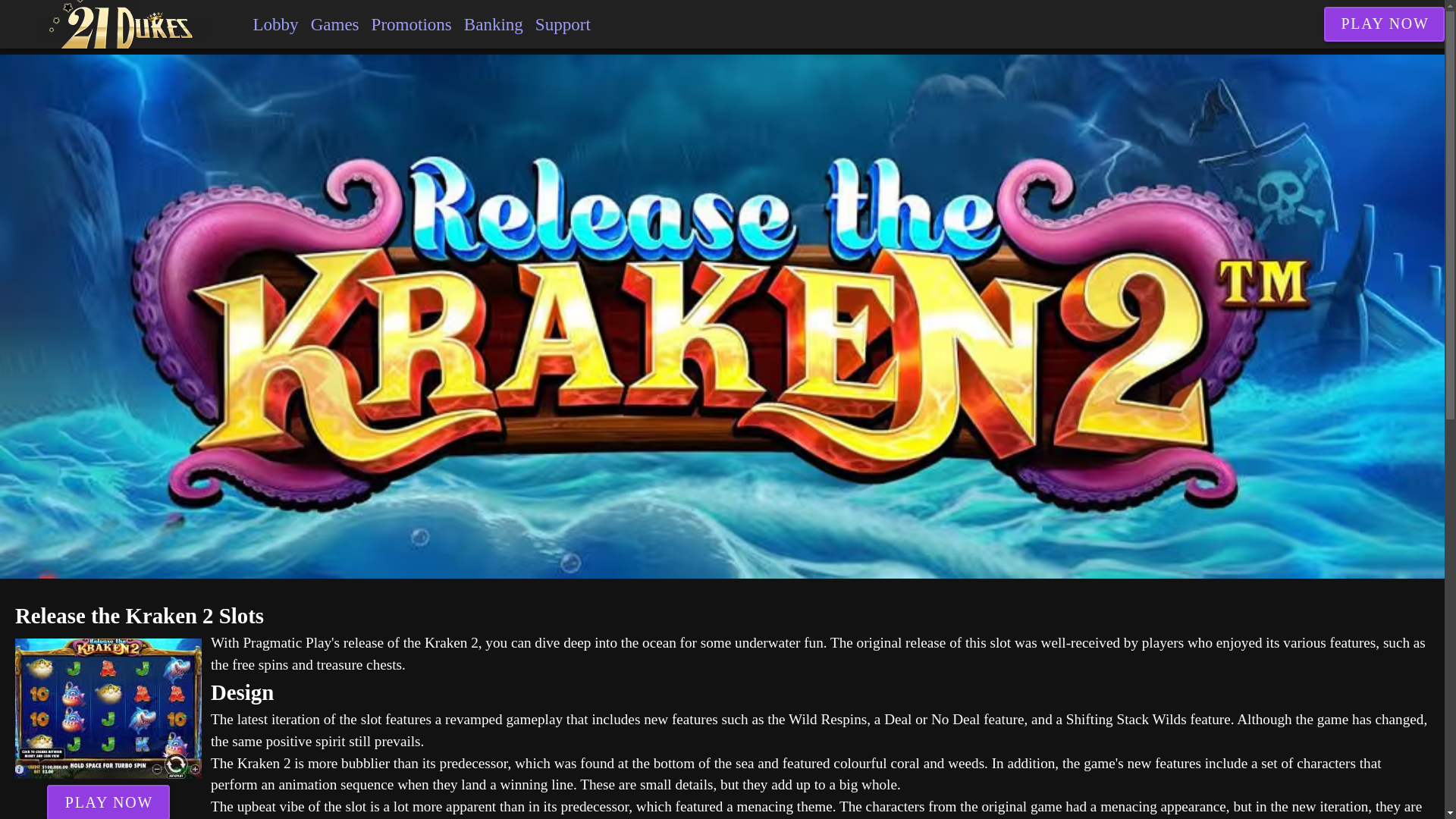  What do you see at coordinates (365, 24) in the screenshot?
I see `'Promotions'` at bounding box center [365, 24].